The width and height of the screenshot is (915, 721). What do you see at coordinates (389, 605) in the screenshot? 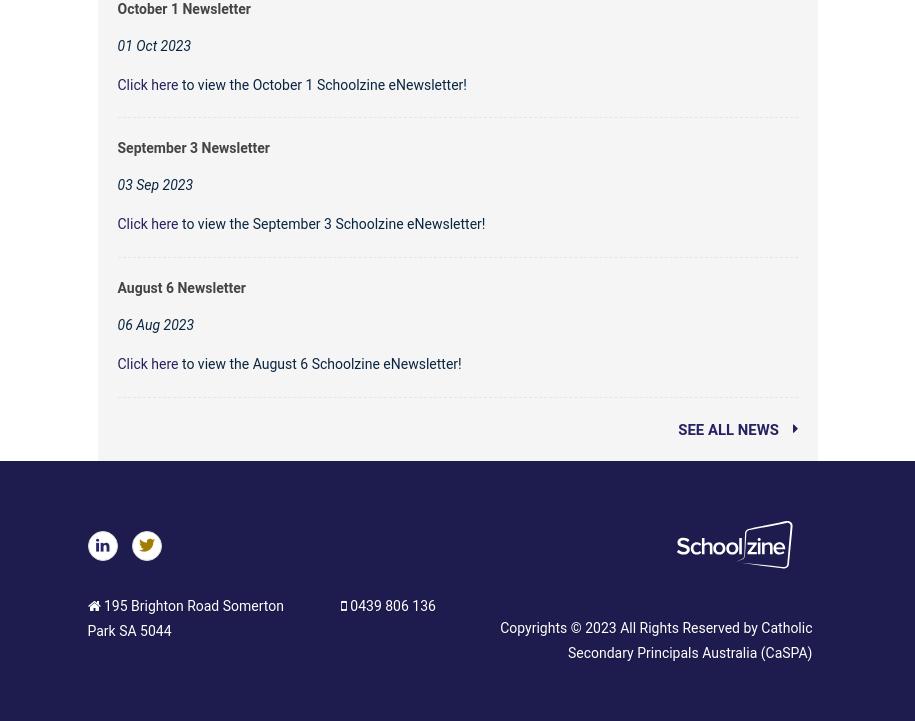
I see `'0439 806 136'` at bounding box center [389, 605].